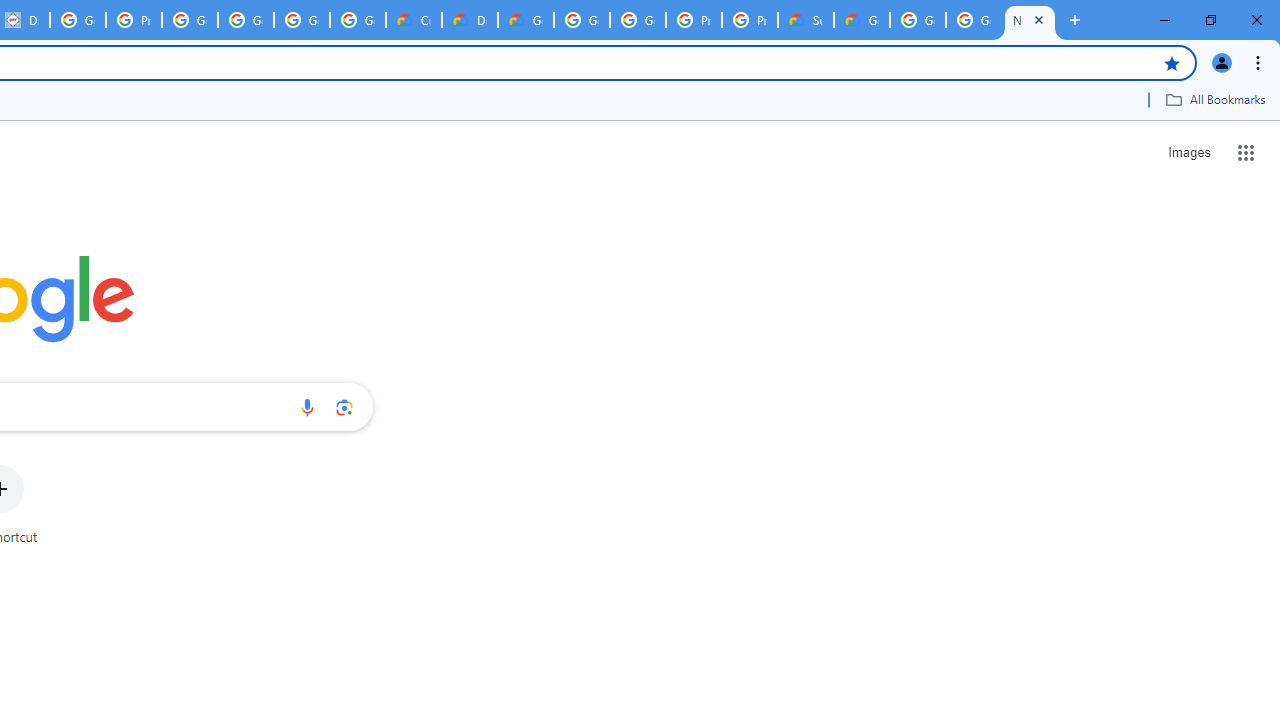 Image resolution: width=1280 pixels, height=720 pixels. What do you see at coordinates (806, 20) in the screenshot?
I see `'Support Hub | Google Cloud'` at bounding box center [806, 20].